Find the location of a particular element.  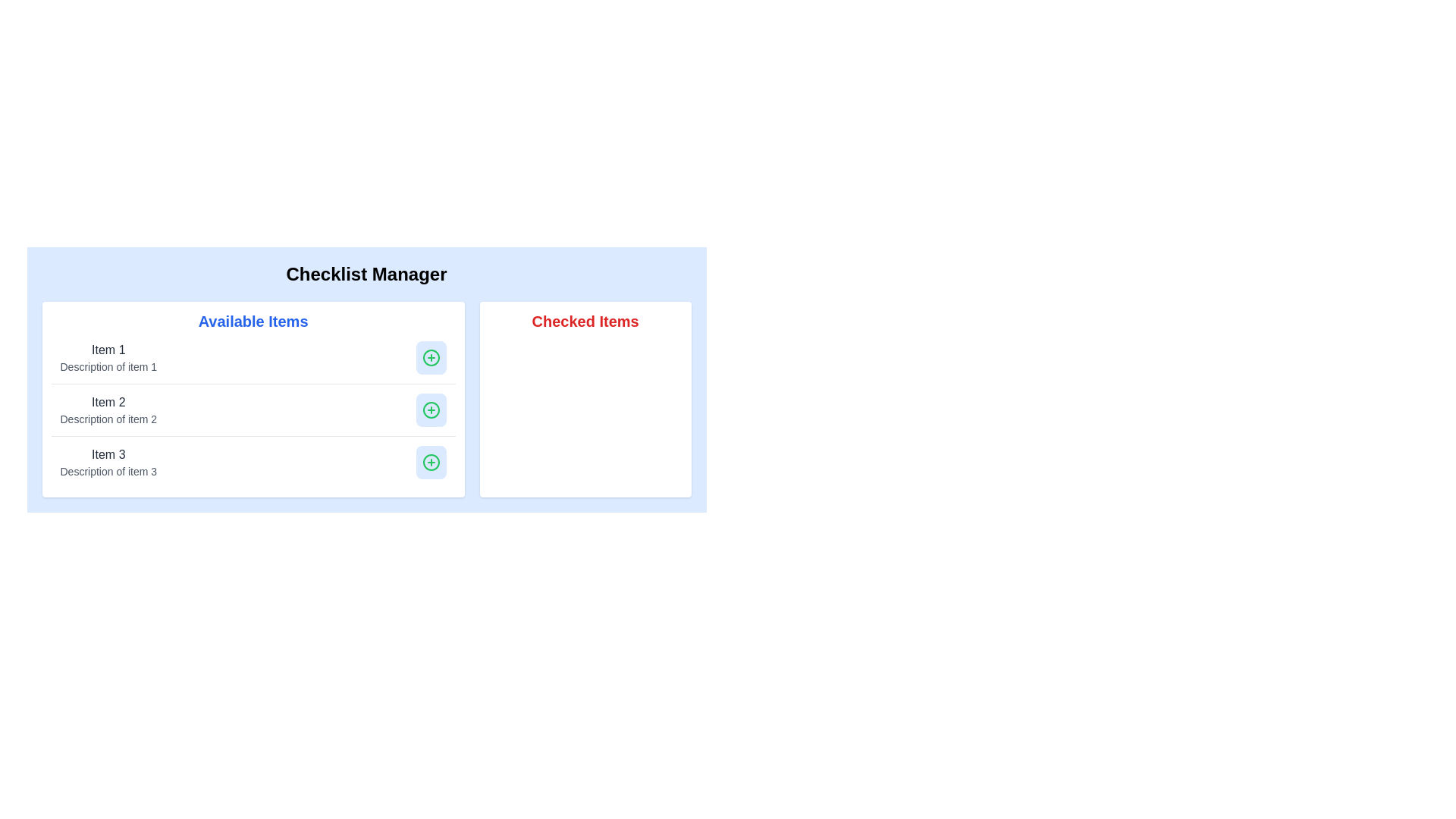

the header text 'Checklist Manager', which is bold, centered, and displayed in black on a light blue background at the top of the checklist interface is located at coordinates (366, 275).